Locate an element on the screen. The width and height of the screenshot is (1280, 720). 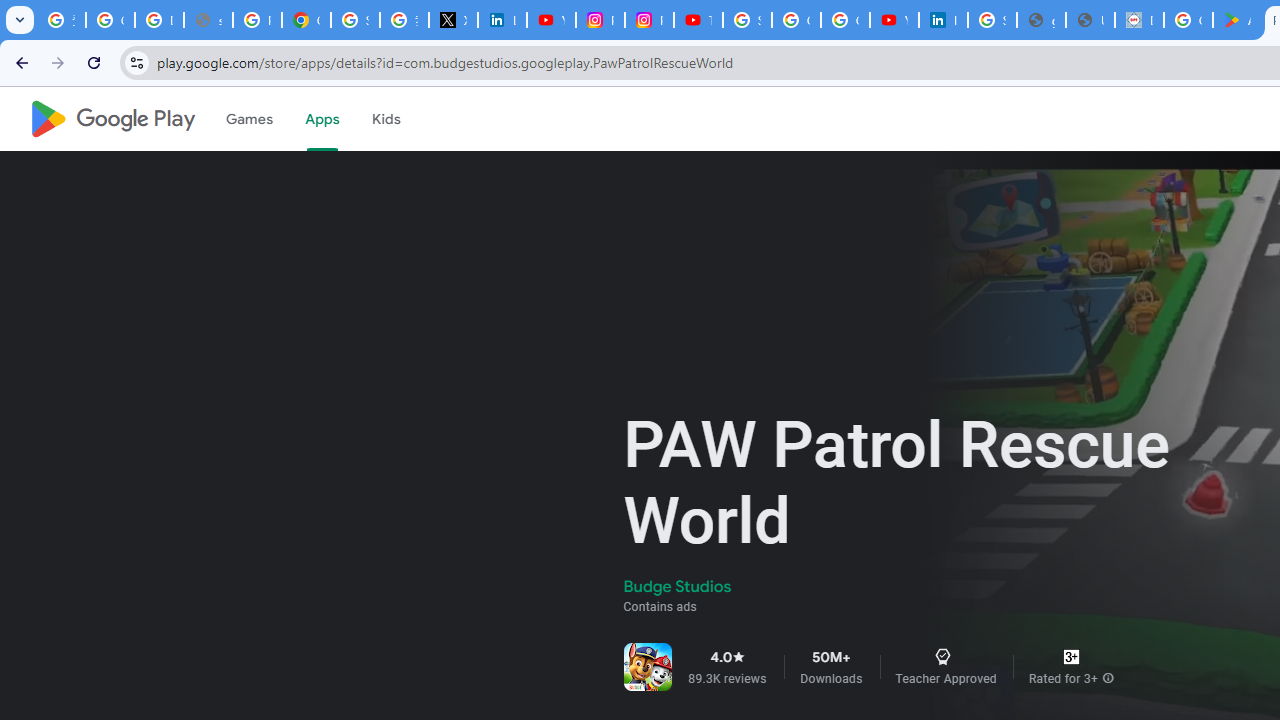
'Games' is located at coordinates (247, 119).